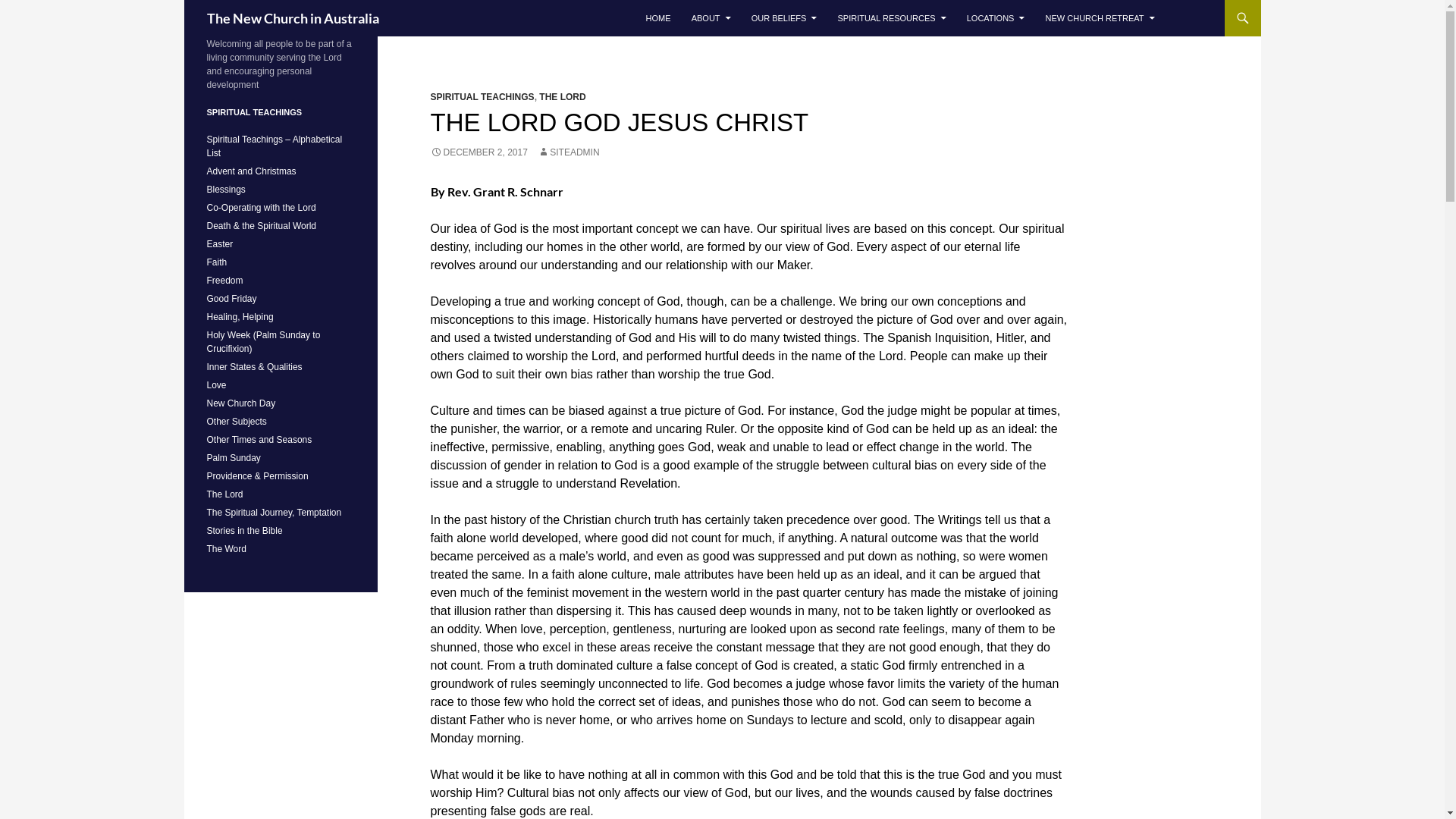  Describe the element at coordinates (273, 512) in the screenshot. I see `'The Spiritual Journey, Temptation'` at that location.